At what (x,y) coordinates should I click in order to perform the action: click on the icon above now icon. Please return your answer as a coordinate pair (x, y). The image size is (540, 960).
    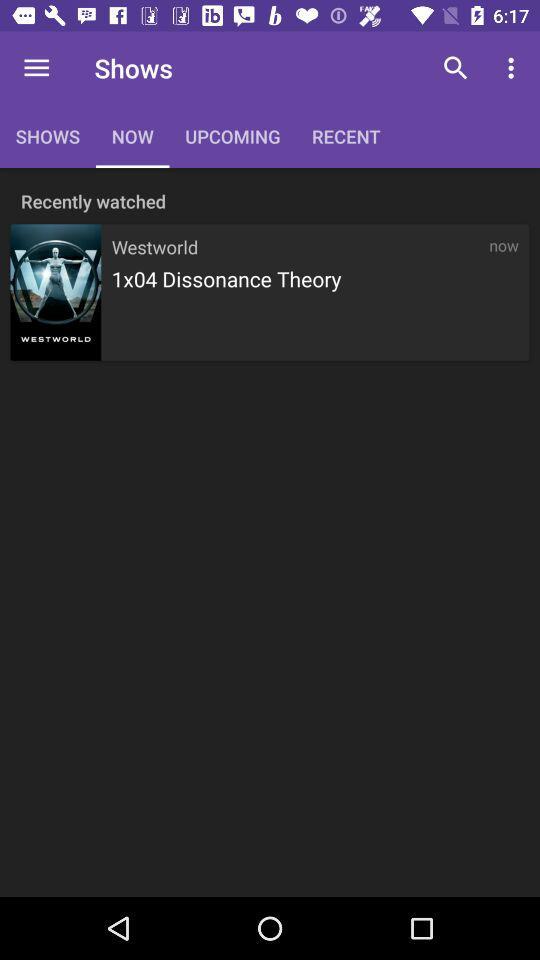
    Looking at the image, I should click on (455, 68).